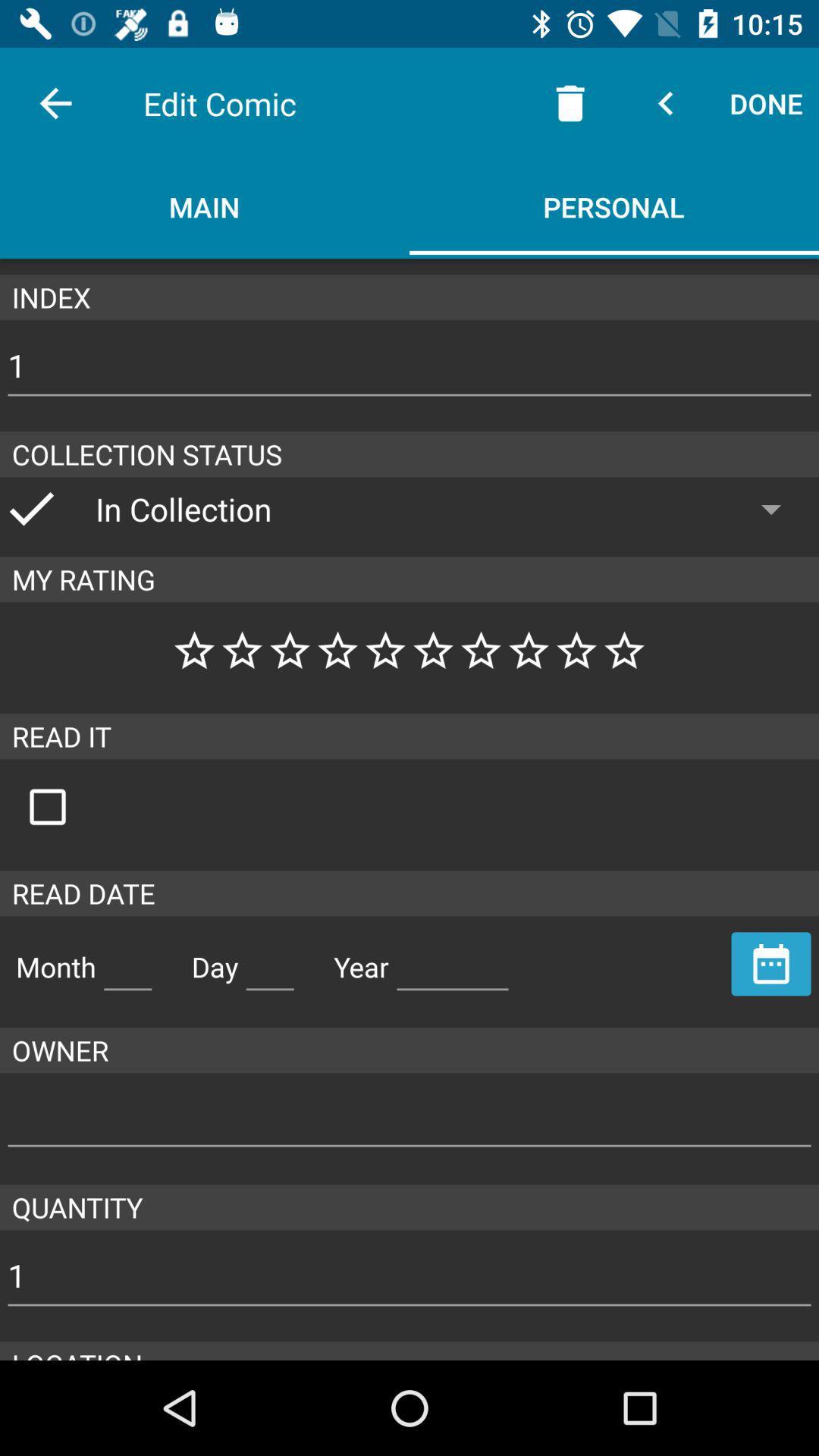  I want to click on show calendar, so click(771, 963).